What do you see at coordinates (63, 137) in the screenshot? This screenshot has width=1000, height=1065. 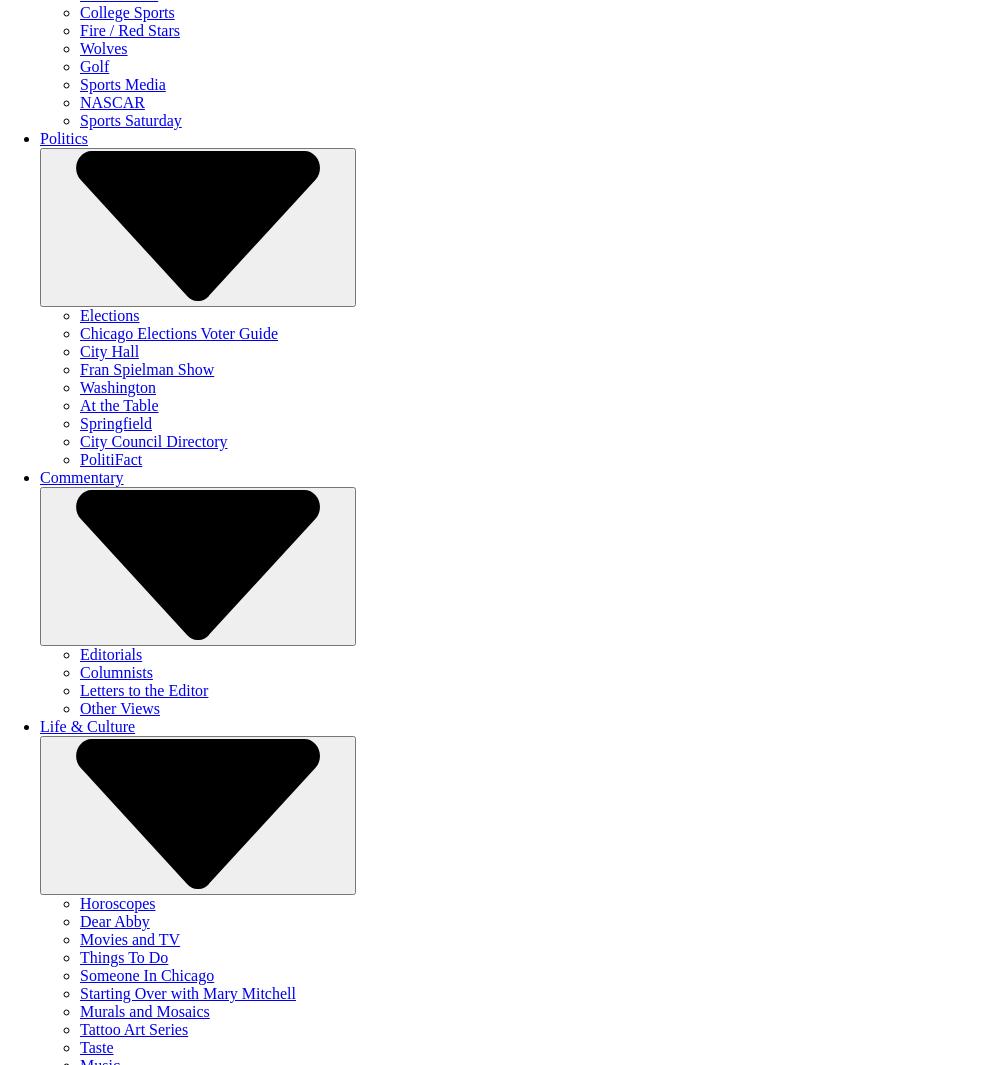 I see `'Politics'` at bounding box center [63, 137].